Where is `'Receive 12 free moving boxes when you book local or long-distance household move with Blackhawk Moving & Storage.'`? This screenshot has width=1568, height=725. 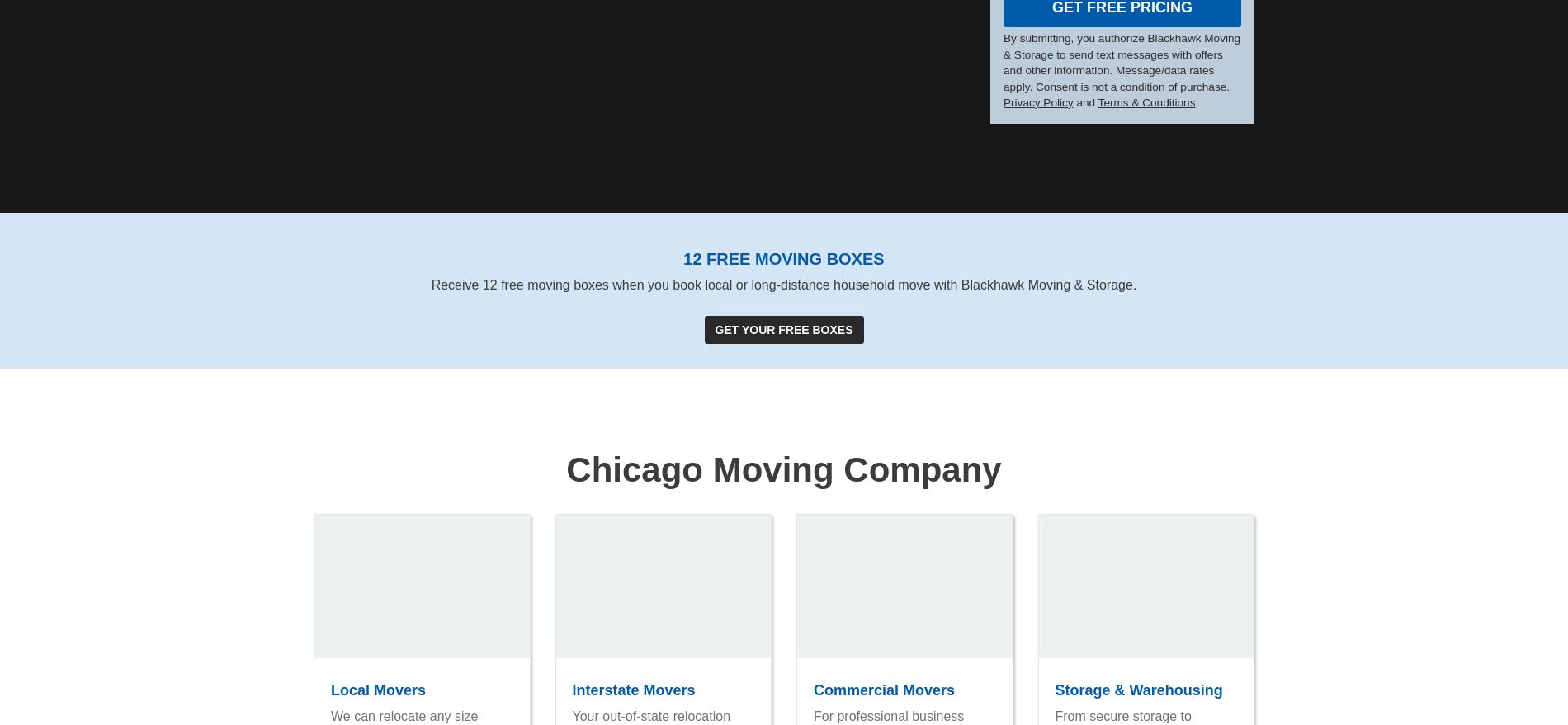 'Receive 12 free moving boxes when you book local or long-distance household move with Blackhawk Moving & Storage.' is located at coordinates (782, 284).